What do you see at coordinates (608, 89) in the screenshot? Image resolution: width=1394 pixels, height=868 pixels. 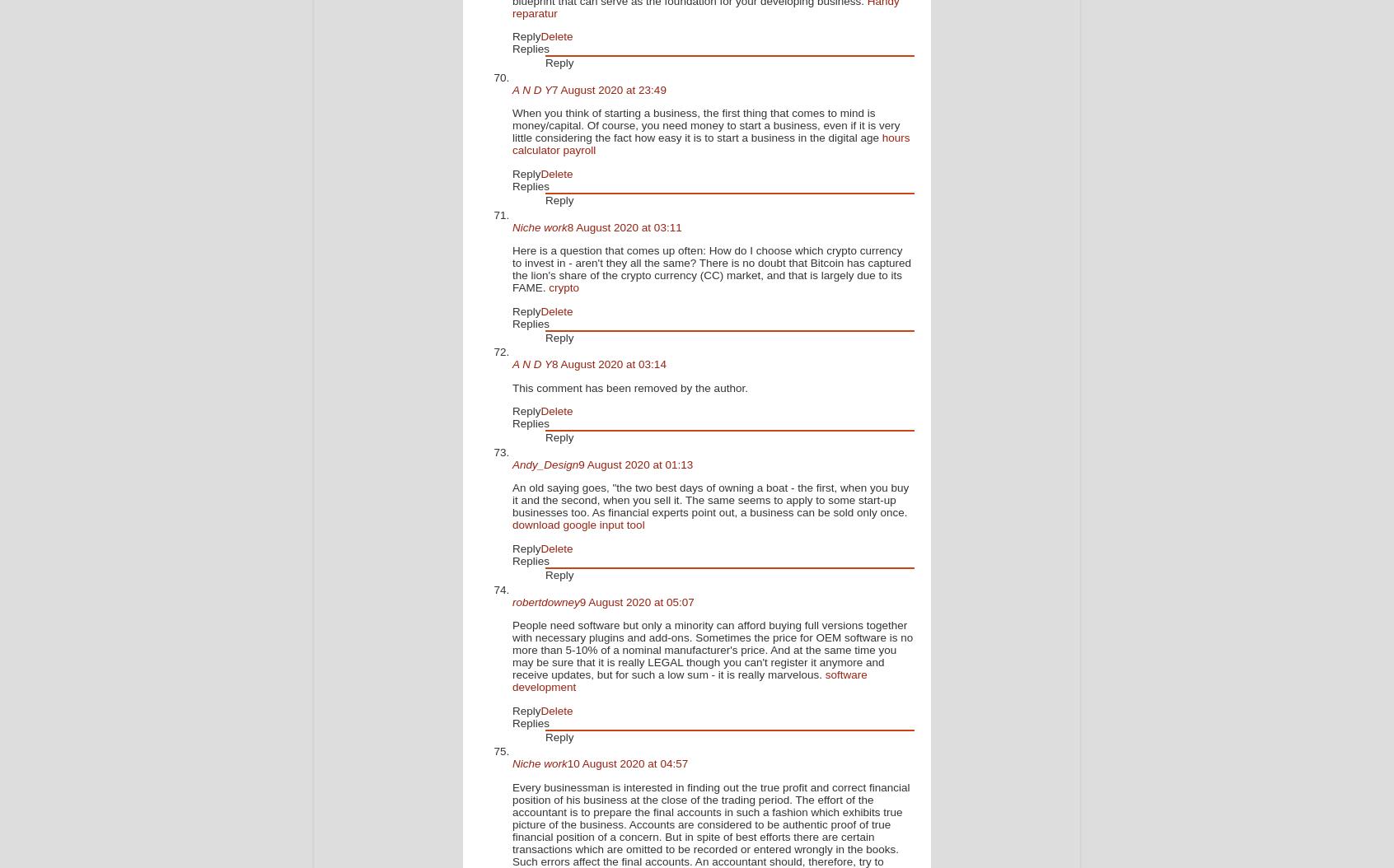 I see `'7 August 2020 at 23:49'` at bounding box center [608, 89].